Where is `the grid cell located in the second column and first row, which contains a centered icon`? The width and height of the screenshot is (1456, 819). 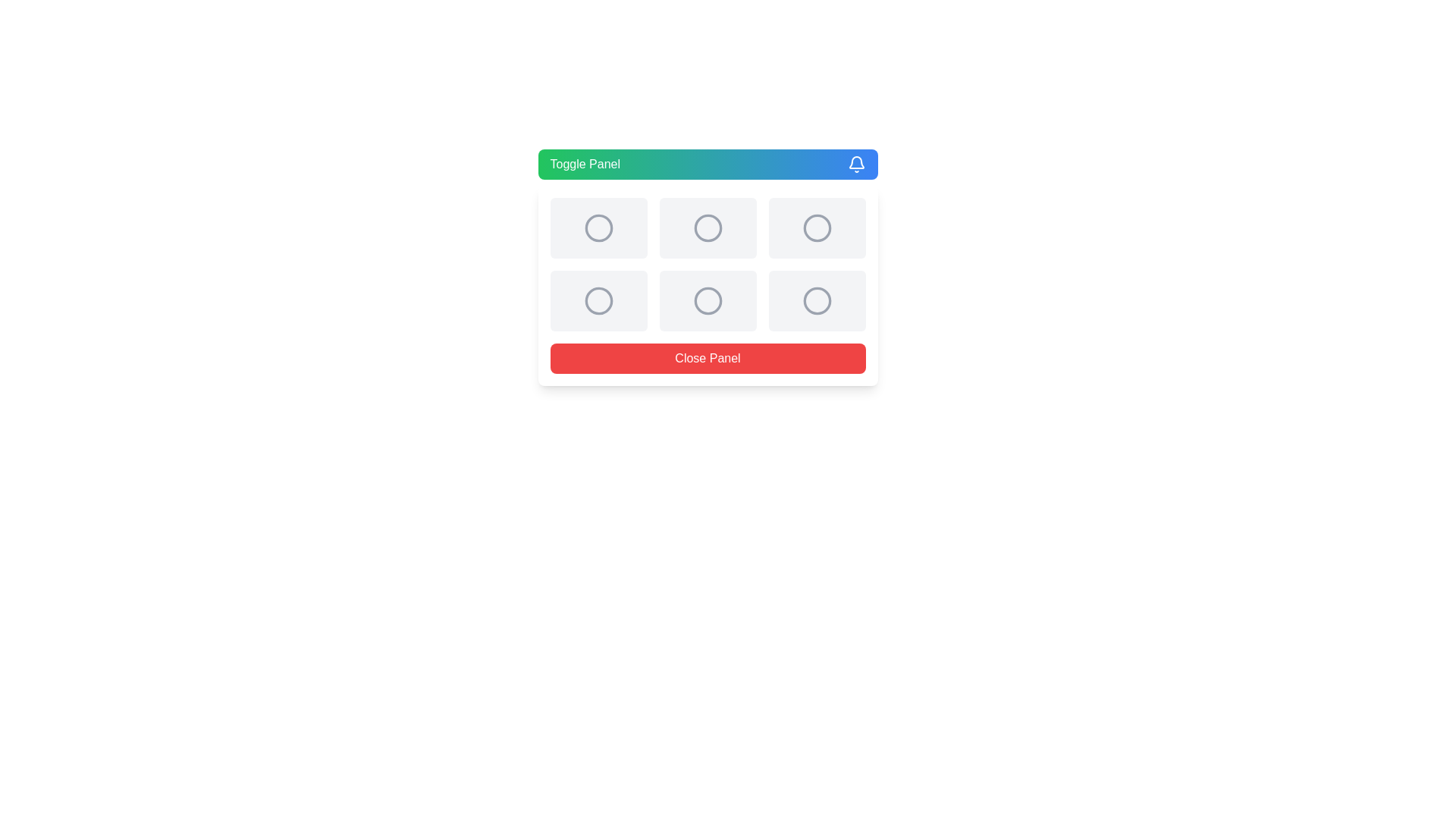 the grid cell located in the second column and first row, which contains a centered icon is located at coordinates (707, 227).